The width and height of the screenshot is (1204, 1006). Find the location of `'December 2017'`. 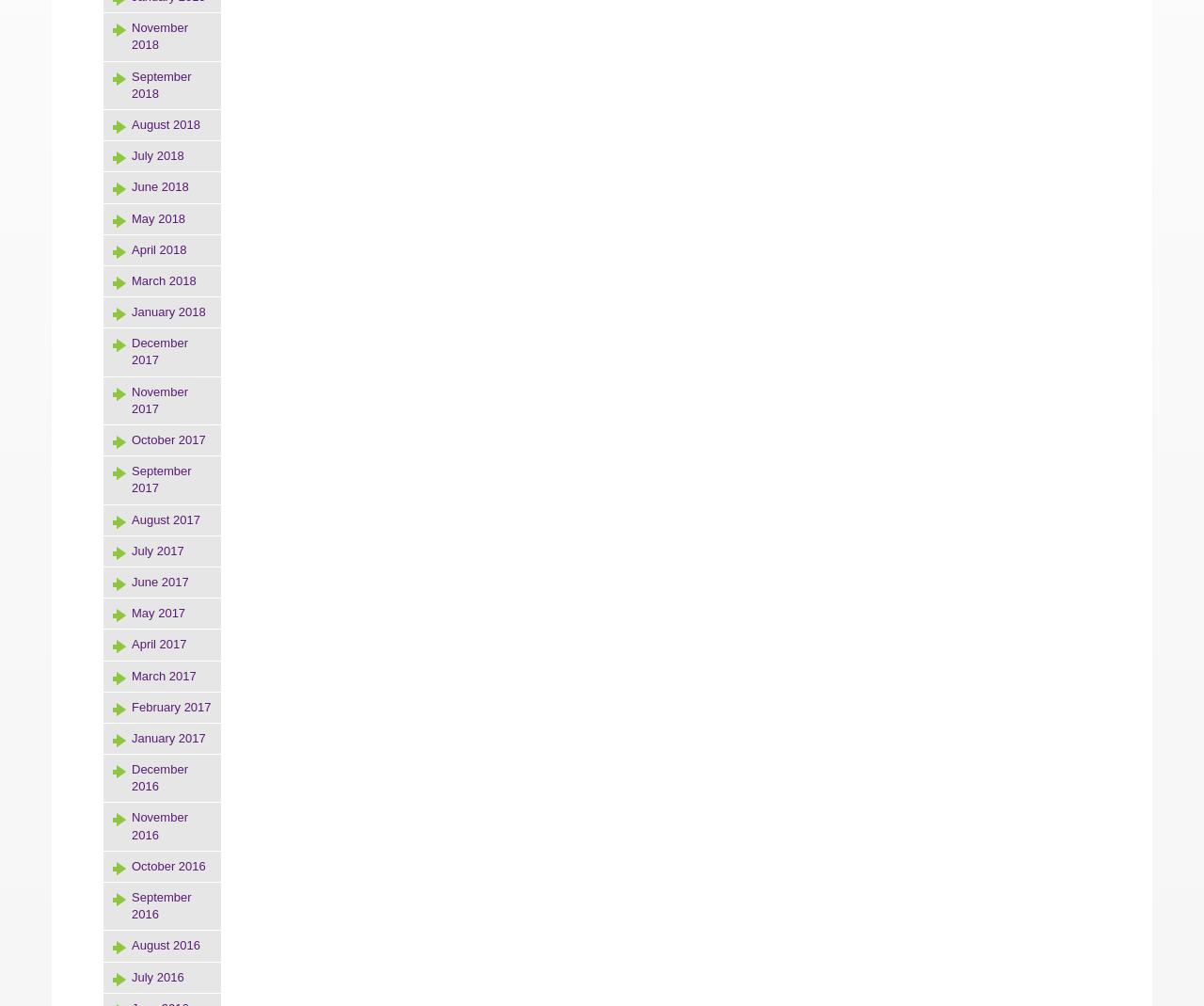

'December 2017' is located at coordinates (159, 351).